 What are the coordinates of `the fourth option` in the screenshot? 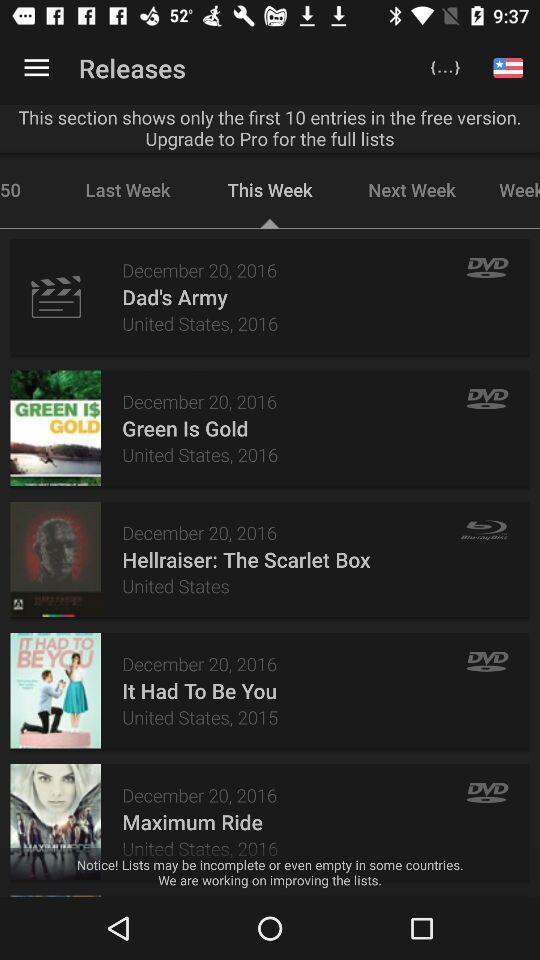 It's located at (55, 691).